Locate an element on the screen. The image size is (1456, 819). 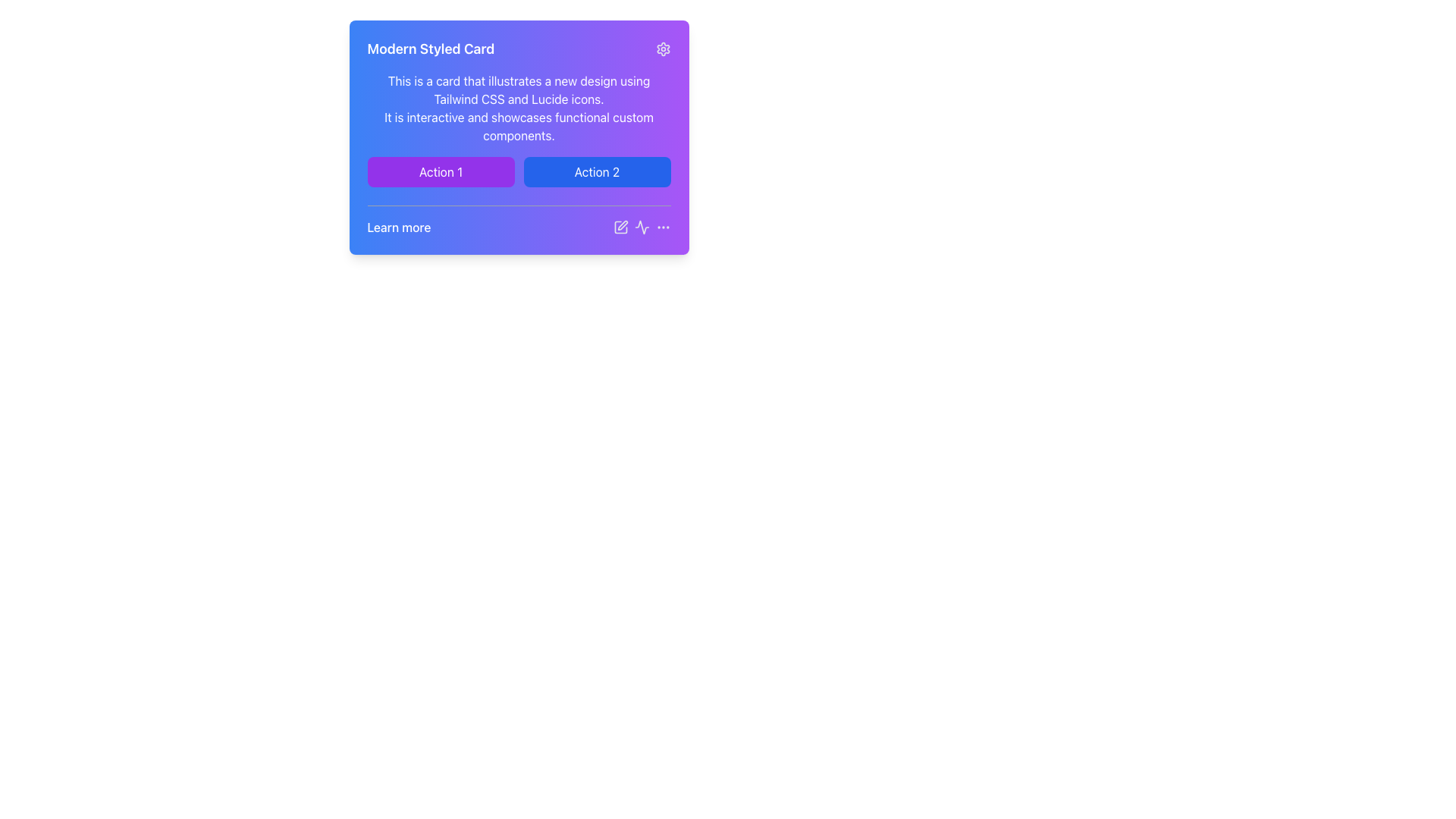
the waveform icon located at the bottom-right corner of the card, which is the second icon in a row of three is located at coordinates (642, 227).